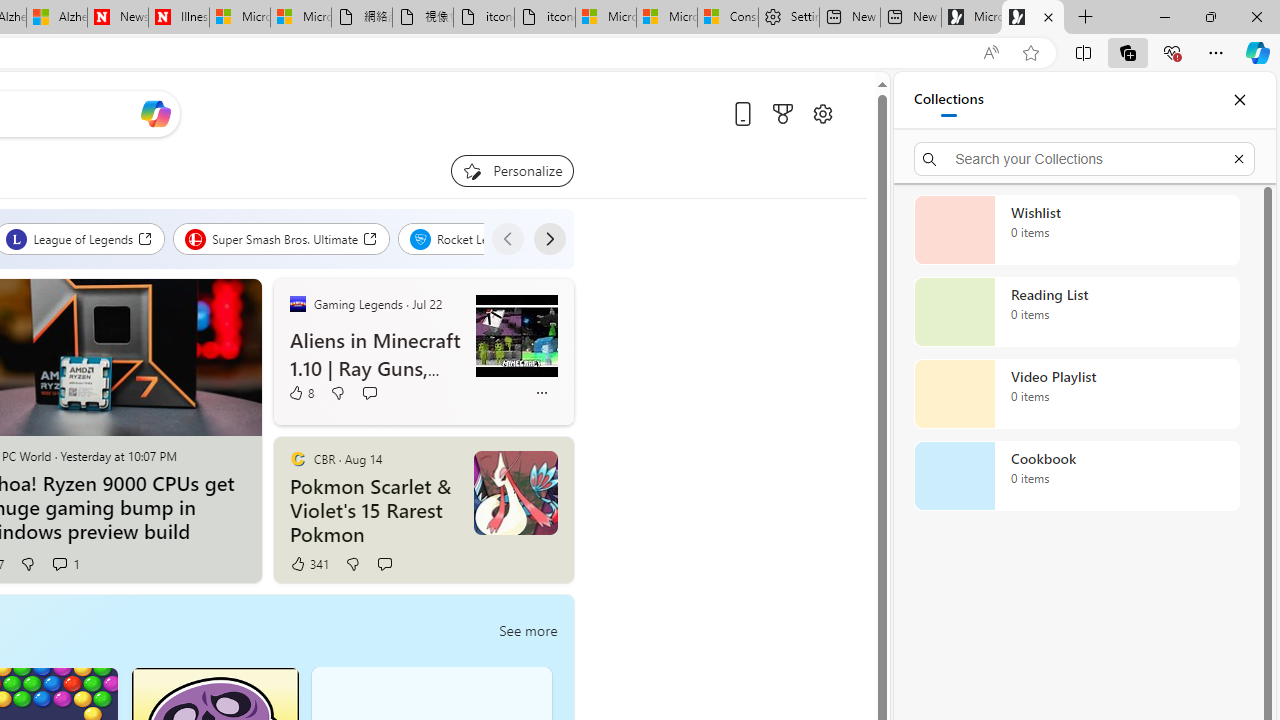  What do you see at coordinates (1083, 158) in the screenshot?
I see `'Search your Collections'` at bounding box center [1083, 158].